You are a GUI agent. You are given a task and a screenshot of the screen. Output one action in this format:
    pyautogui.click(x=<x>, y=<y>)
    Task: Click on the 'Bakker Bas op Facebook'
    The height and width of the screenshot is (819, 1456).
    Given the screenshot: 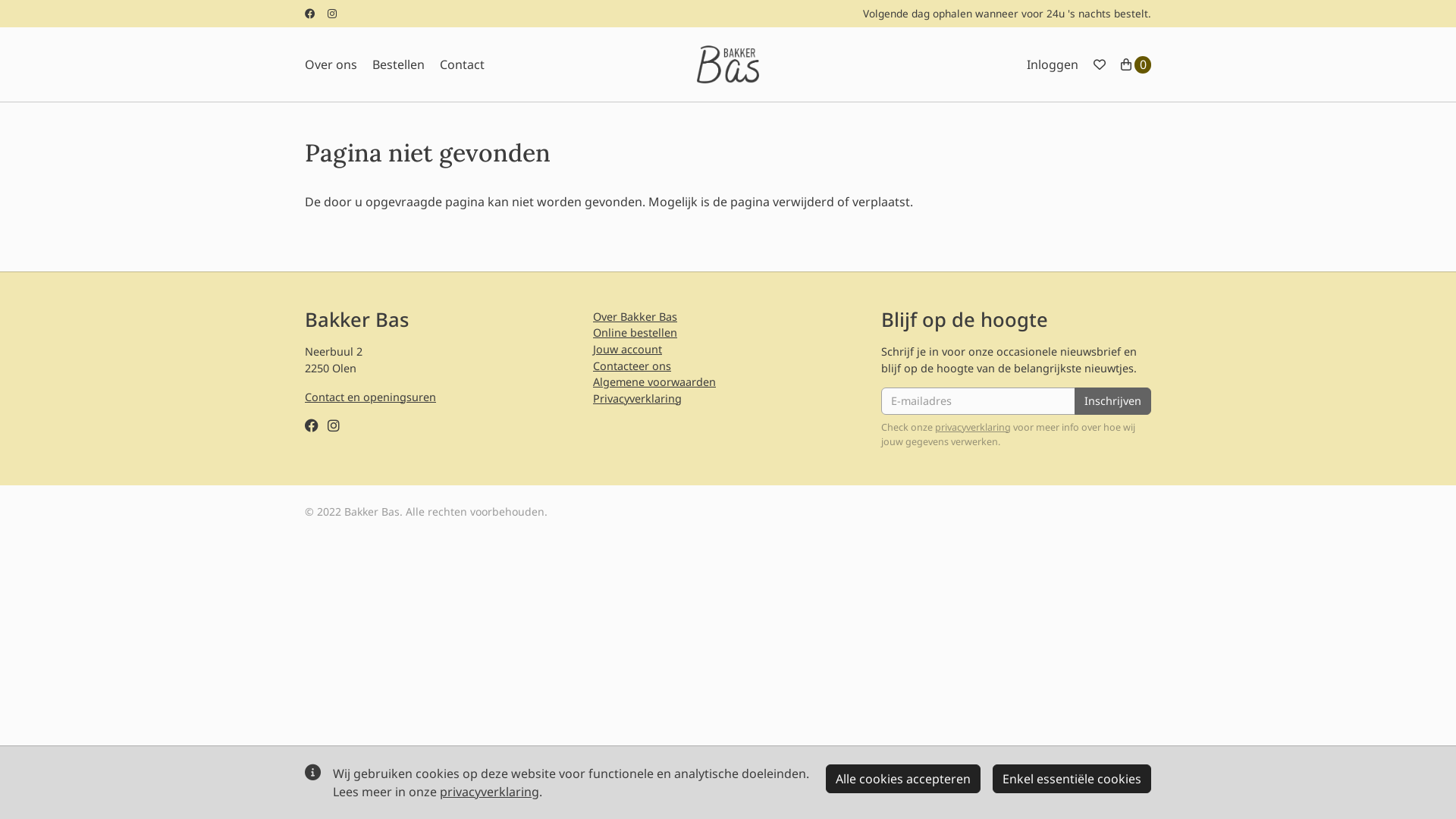 What is the action you would take?
    pyautogui.click(x=304, y=14)
    